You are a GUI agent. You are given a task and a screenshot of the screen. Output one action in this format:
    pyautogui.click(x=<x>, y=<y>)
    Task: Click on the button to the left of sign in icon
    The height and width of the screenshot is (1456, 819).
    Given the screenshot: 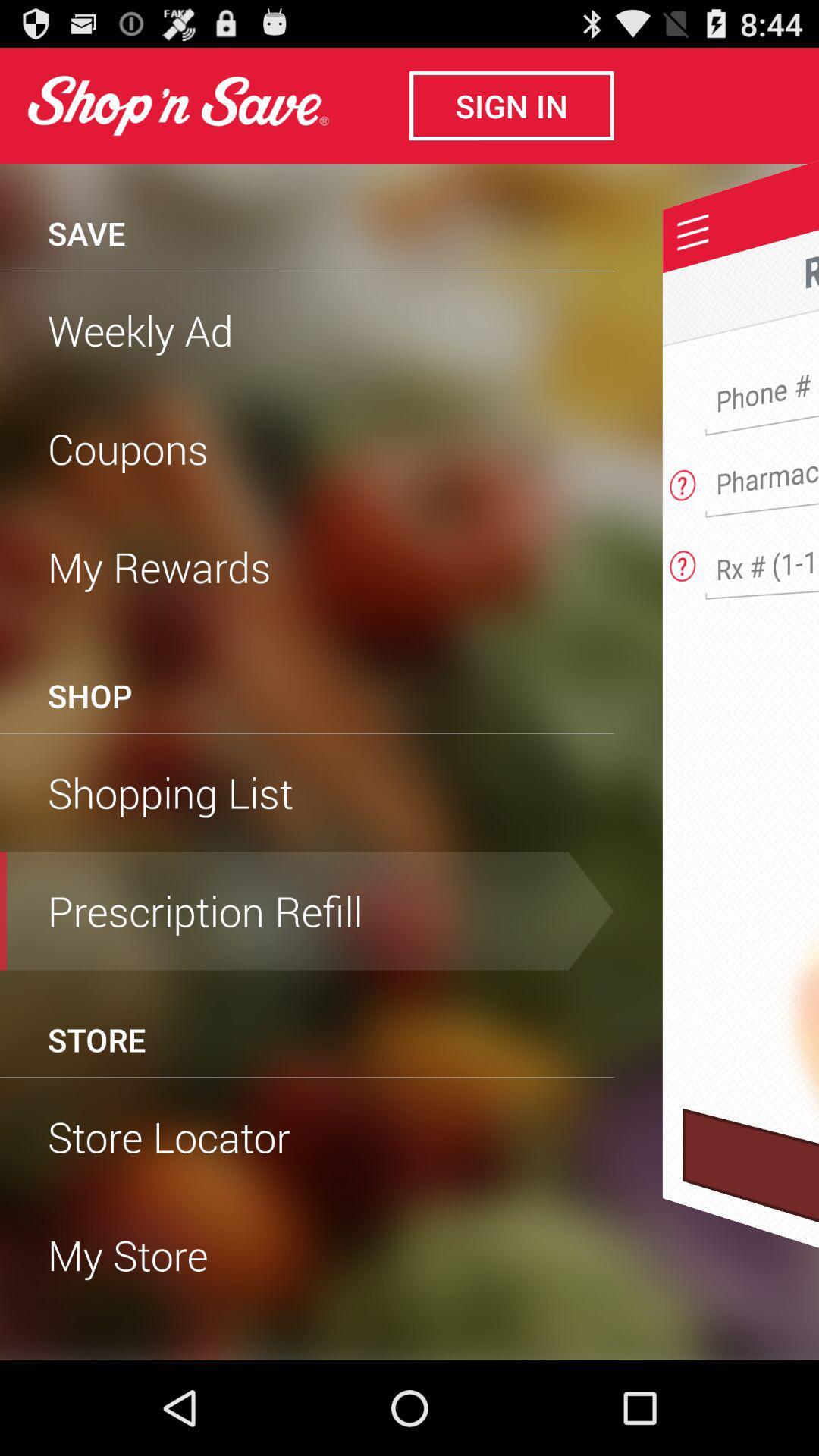 What is the action you would take?
    pyautogui.click(x=177, y=105)
    